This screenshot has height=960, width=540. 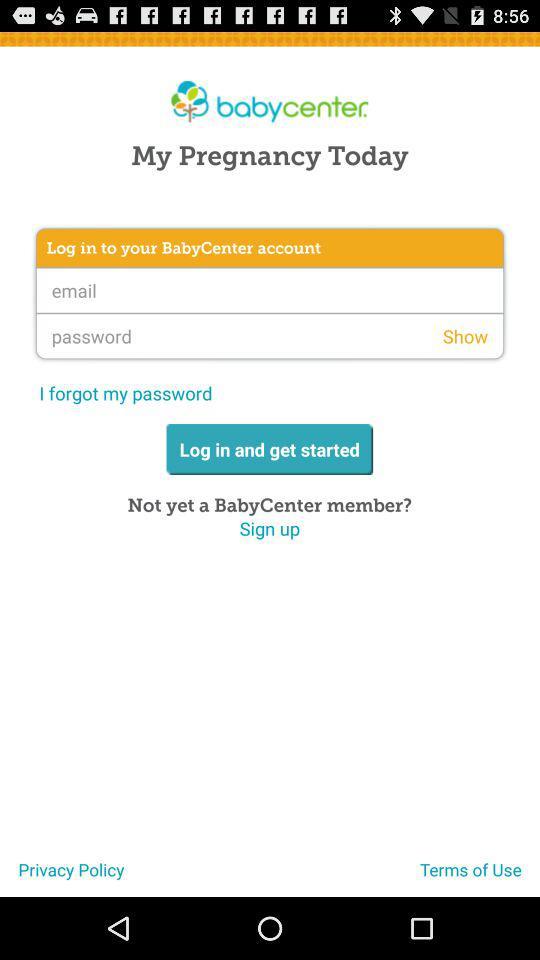 I want to click on insert email, so click(x=270, y=289).